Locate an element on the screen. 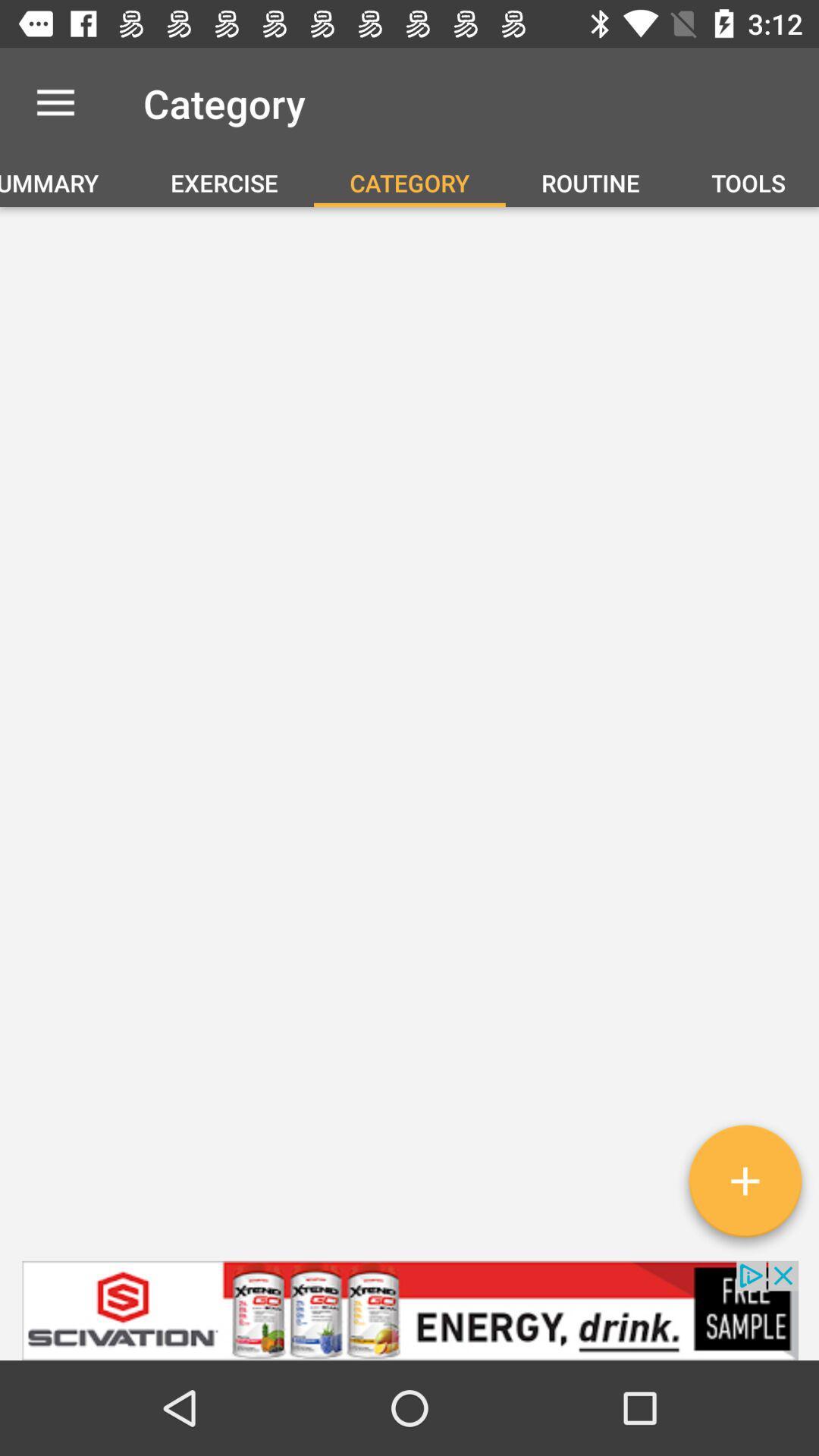 This screenshot has width=819, height=1456. the category is located at coordinates (744, 1186).